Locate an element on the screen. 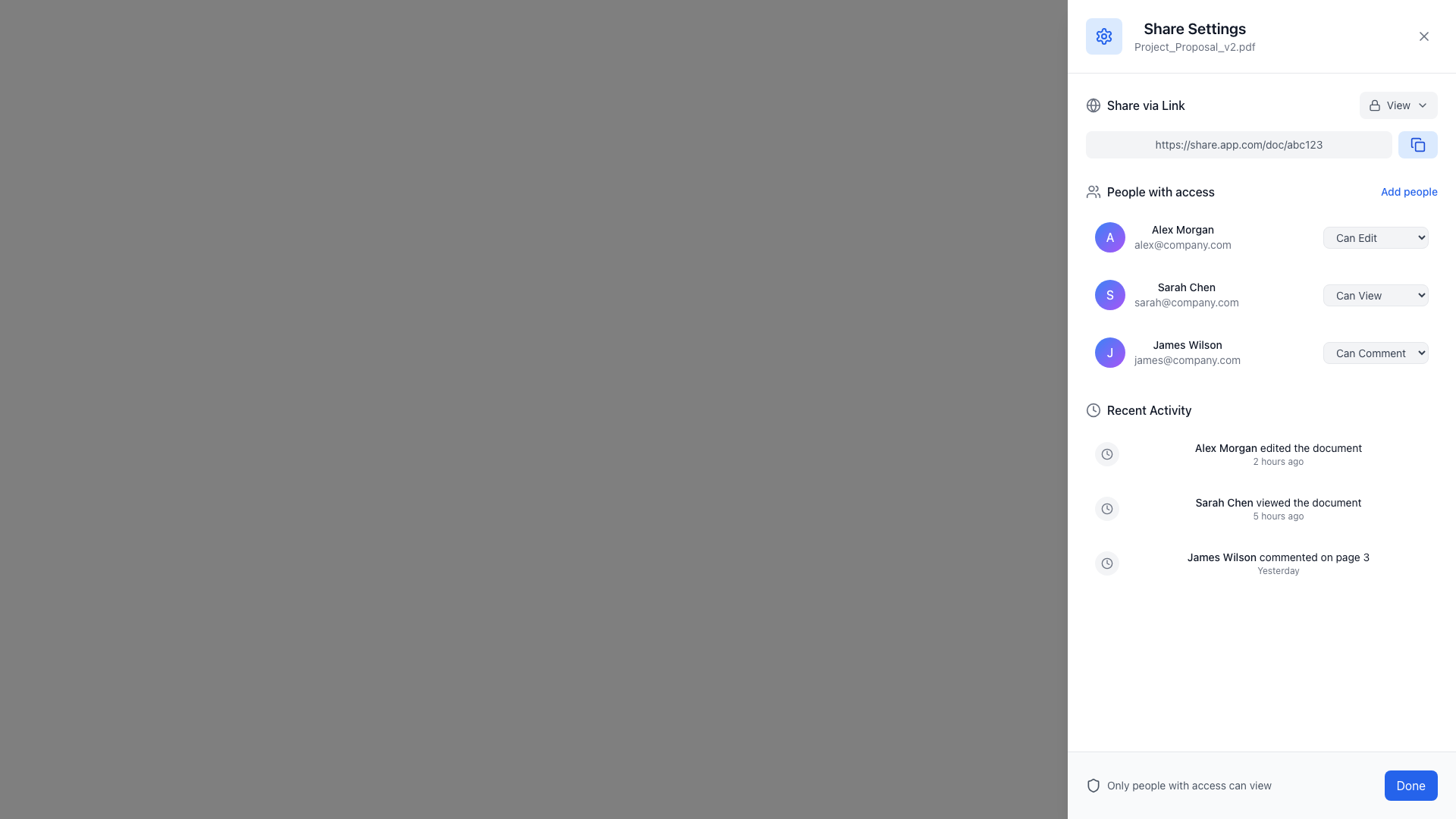 This screenshot has width=1456, height=819. text label 'Only people with access can view,' located in the horizontal layout at the bottom-right corner of the interface is located at coordinates (1262, 785).